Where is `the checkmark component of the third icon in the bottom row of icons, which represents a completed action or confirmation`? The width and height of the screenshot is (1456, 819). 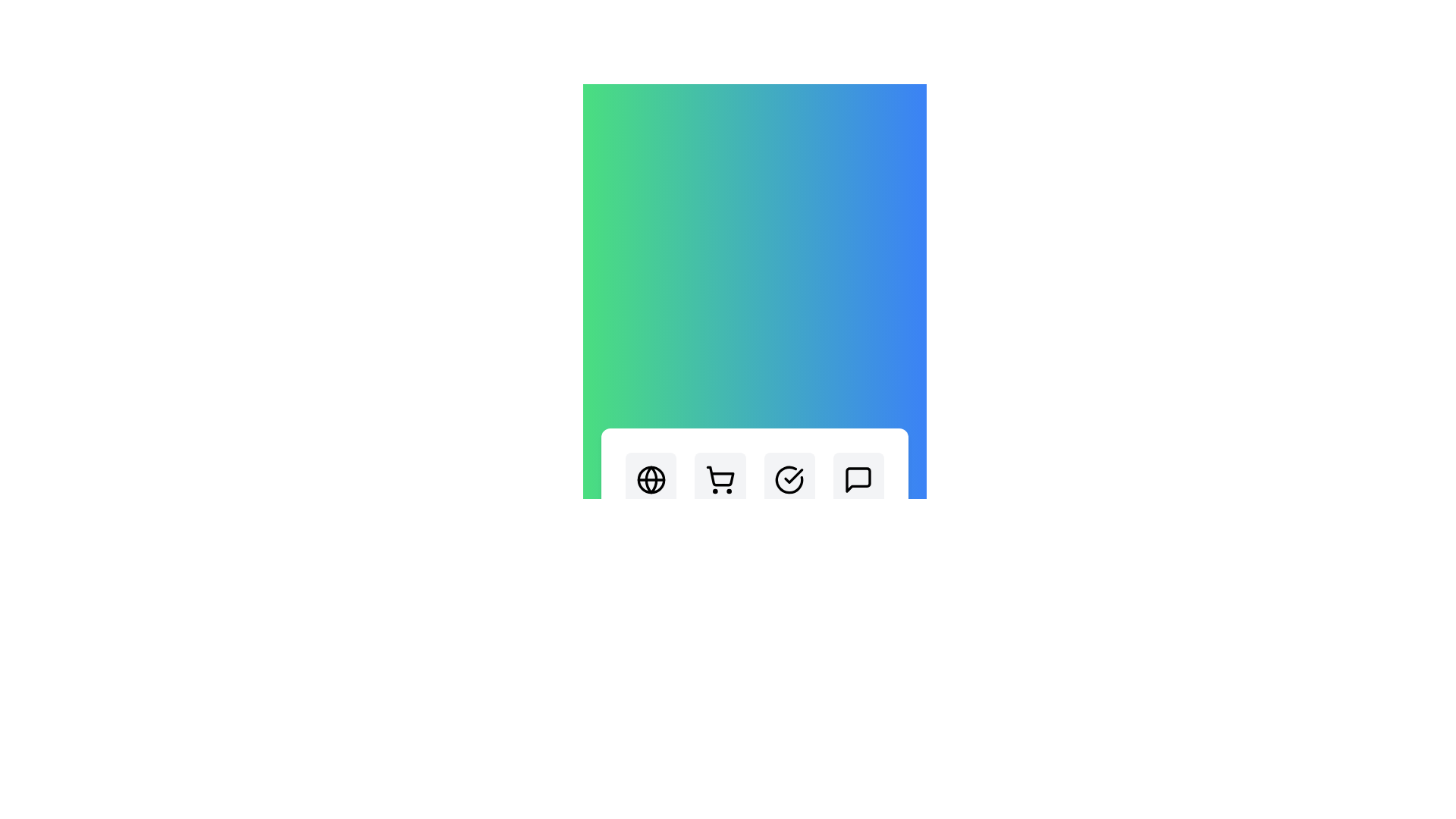
the checkmark component of the third icon in the bottom row of icons, which represents a completed action or confirmation is located at coordinates (792, 475).